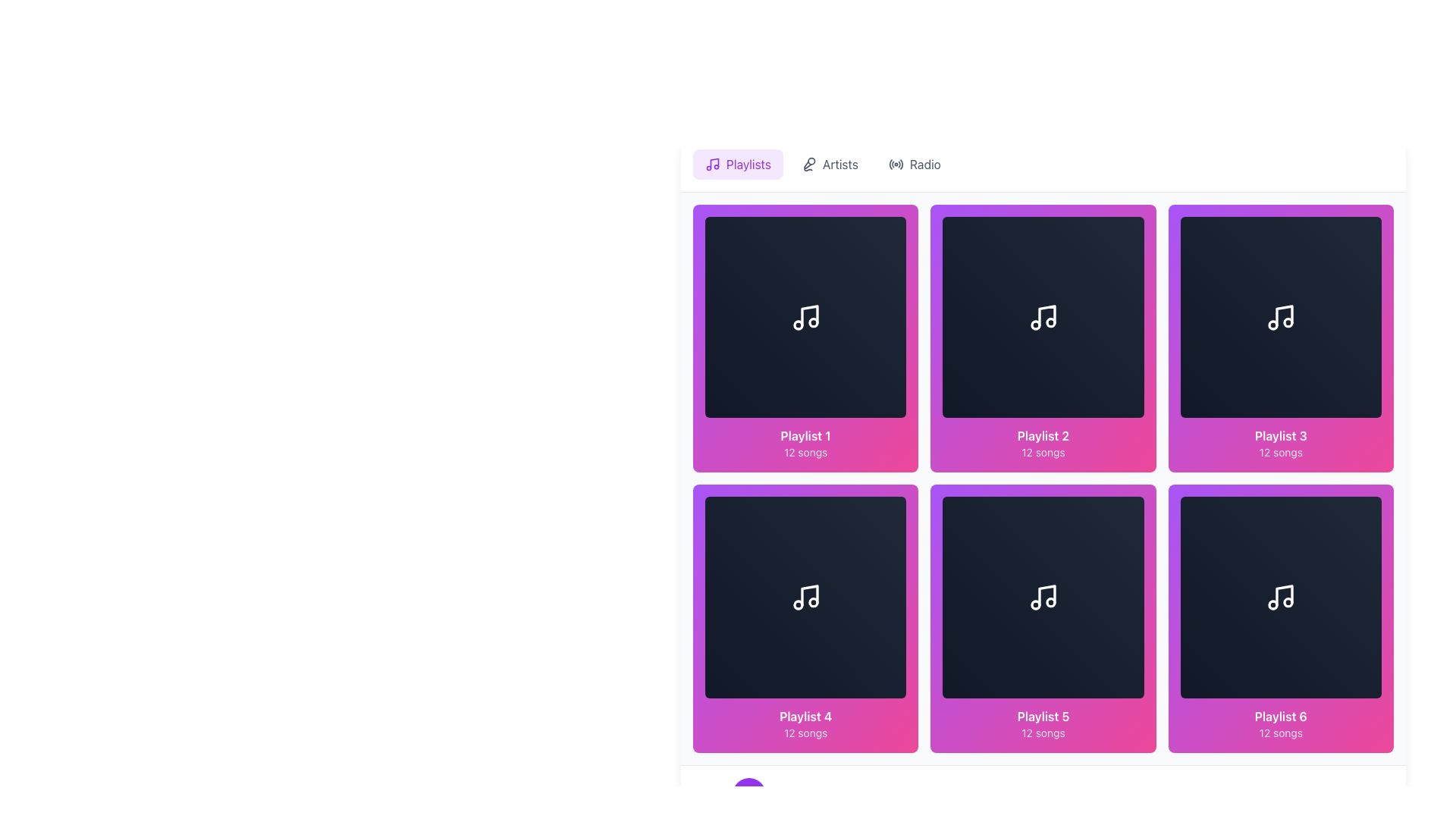  Describe the element at coordinates (805, 596) in the screenshot. I see `the musical note icon located in the center of the fourth card in the second row of the grid layout, which represents audio-related content` at that location.